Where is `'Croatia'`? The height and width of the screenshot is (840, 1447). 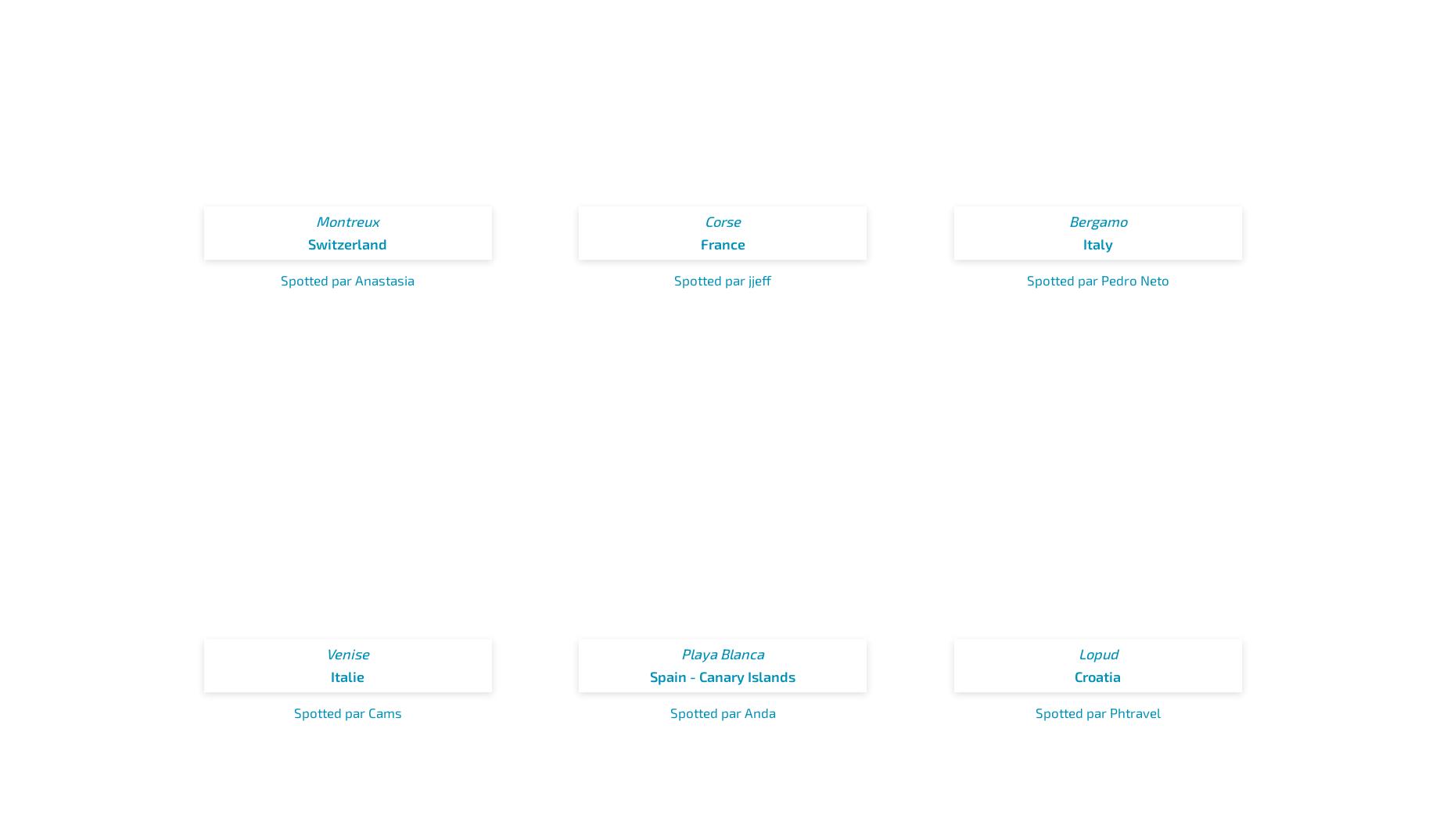 'Croatia' is located at coordinates (1097, 675).